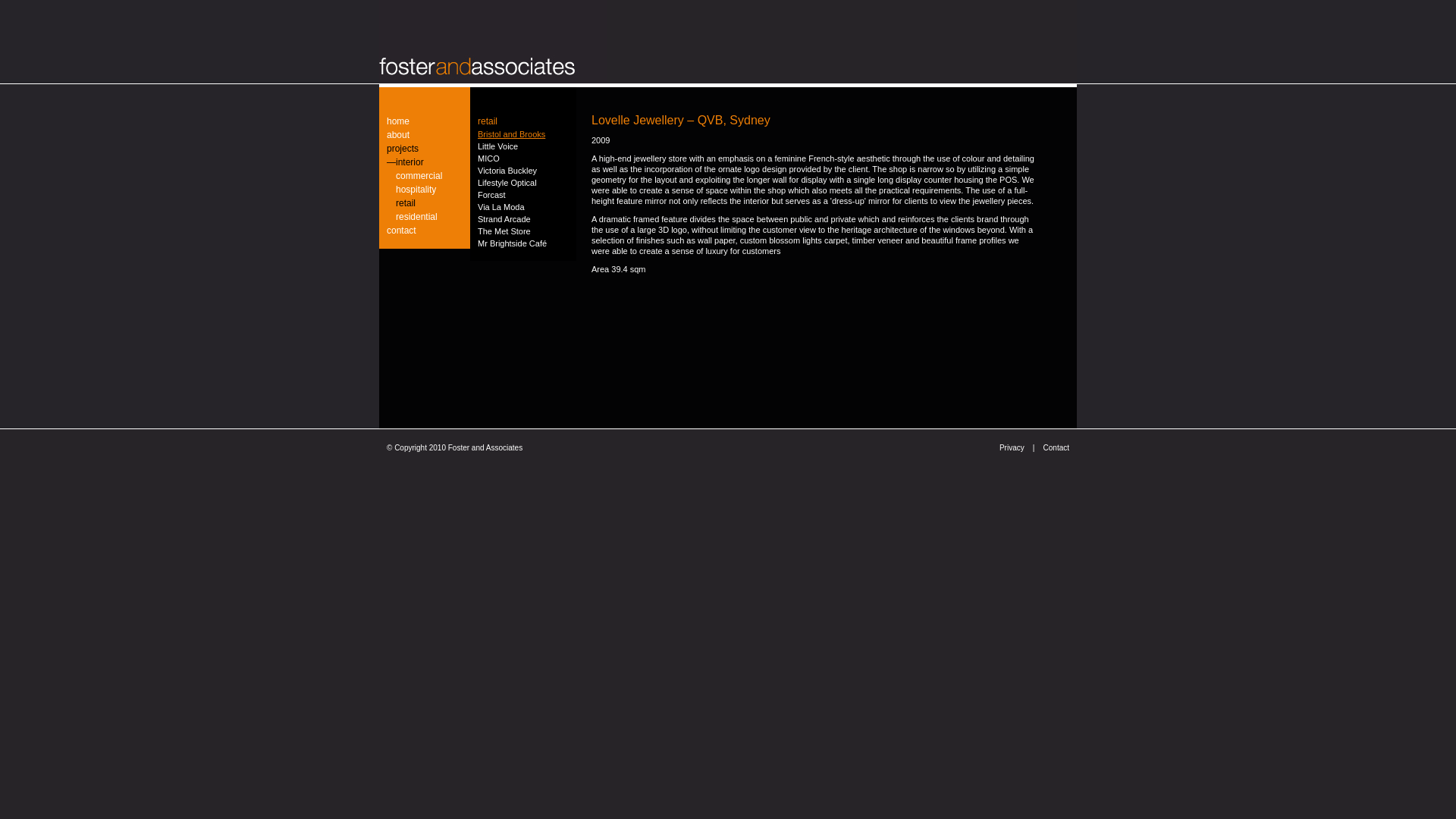  Describe the element at coordinates (425, 133) in the screenshot. I see `'about'` at that location.